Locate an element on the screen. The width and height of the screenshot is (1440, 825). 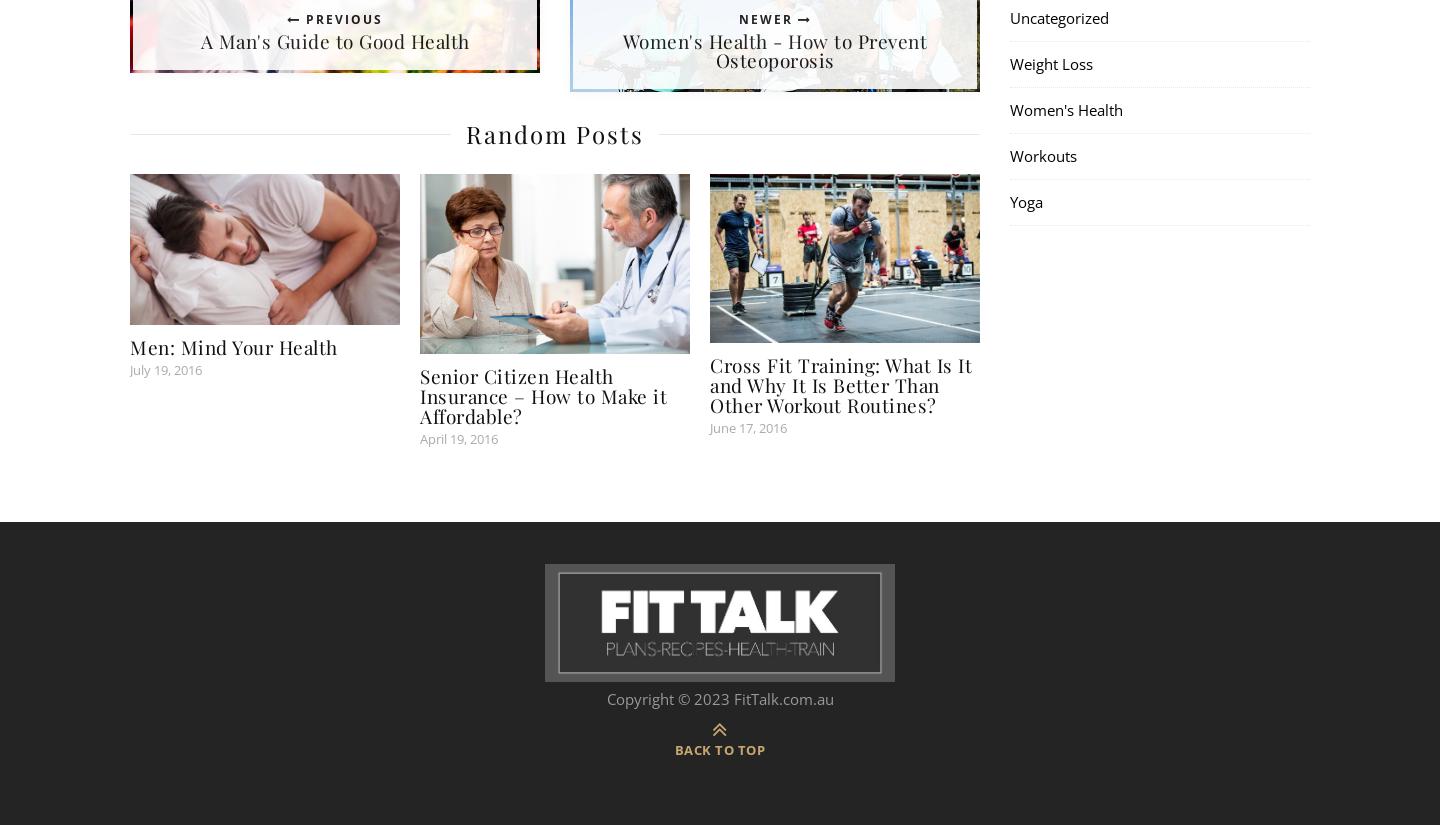
'Workouts' is located at coordinates (1043, 155).